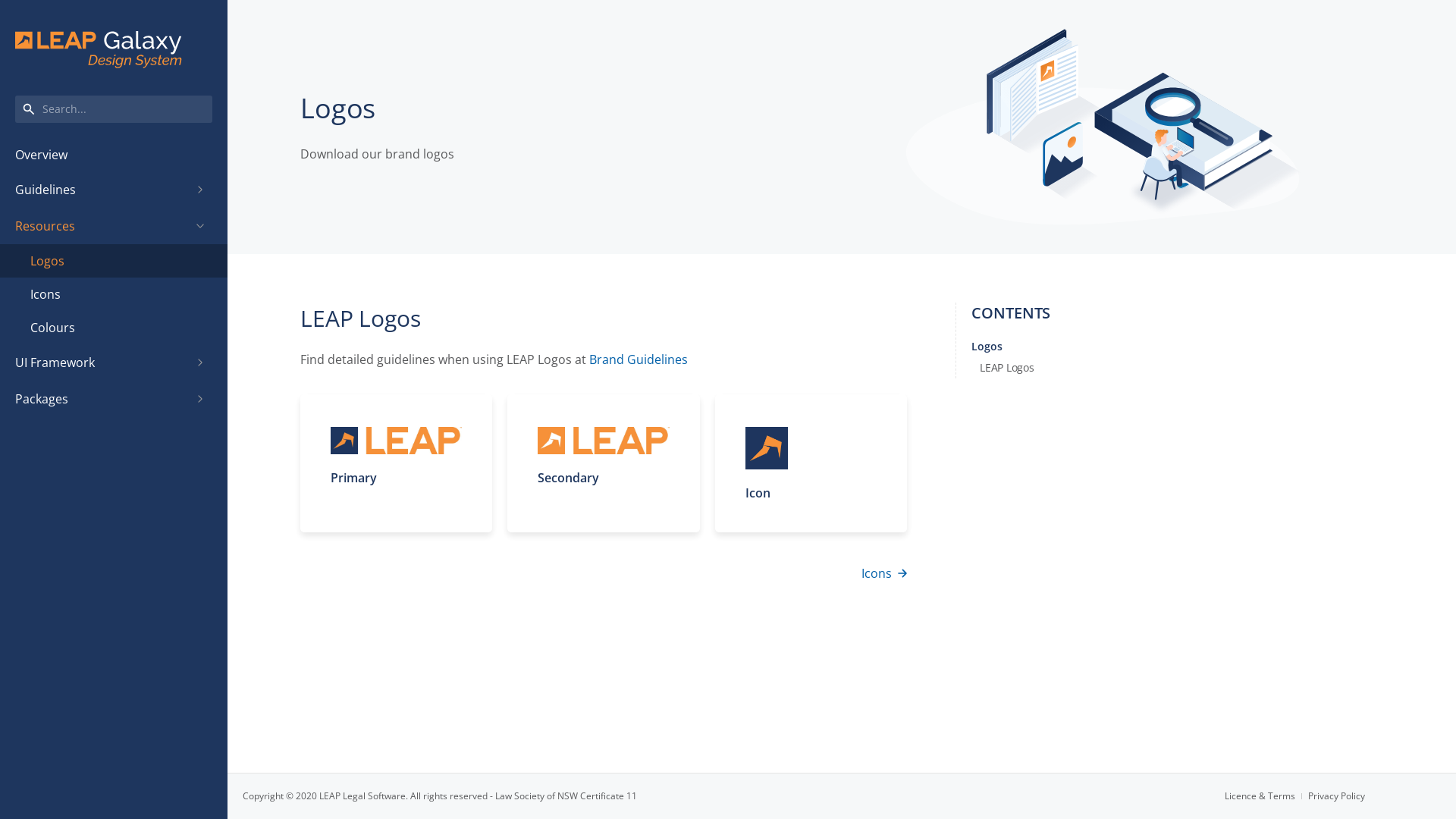  Describe the element at coordinates (602, 462) in the screenshot. I see `'Secondary'` at that location.